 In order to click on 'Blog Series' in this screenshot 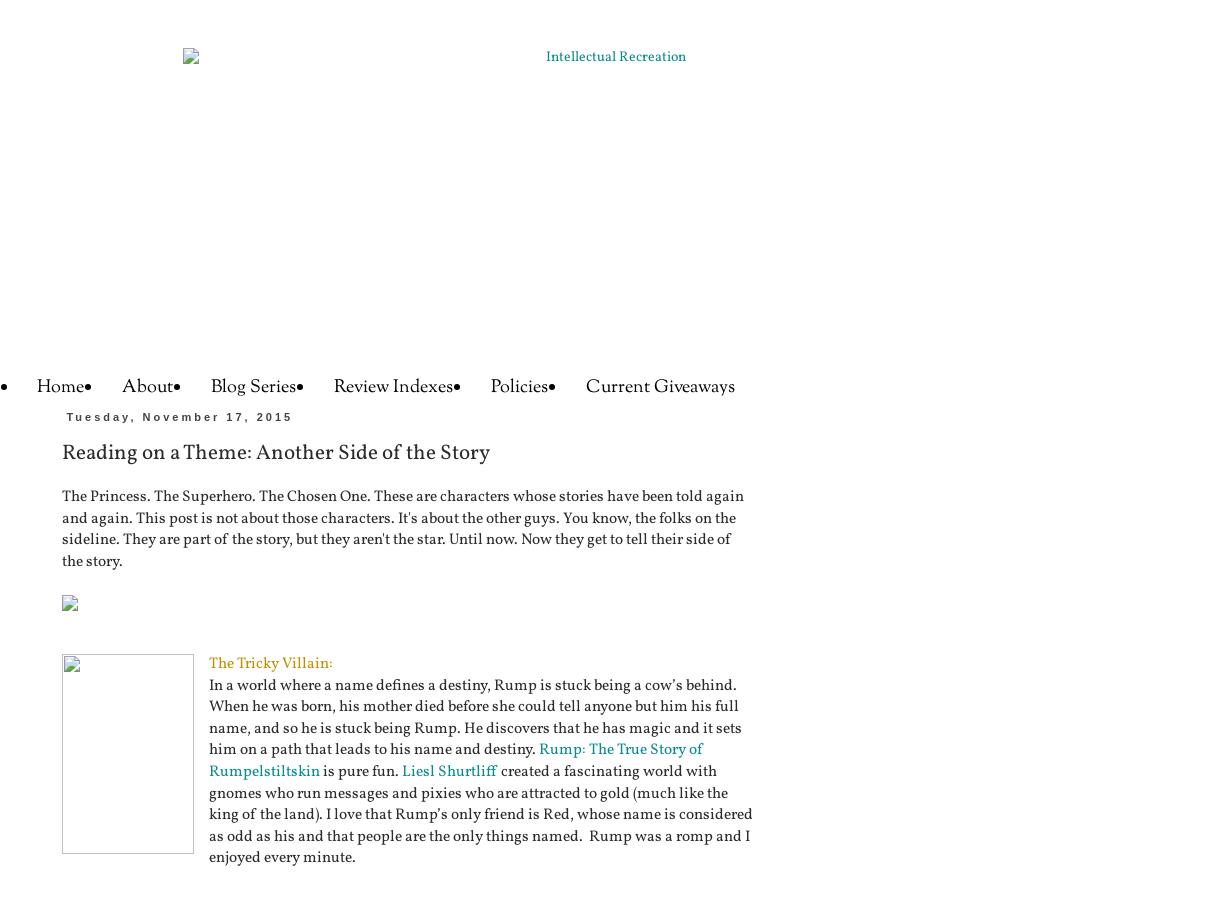, I will do `click(253, 386)`.